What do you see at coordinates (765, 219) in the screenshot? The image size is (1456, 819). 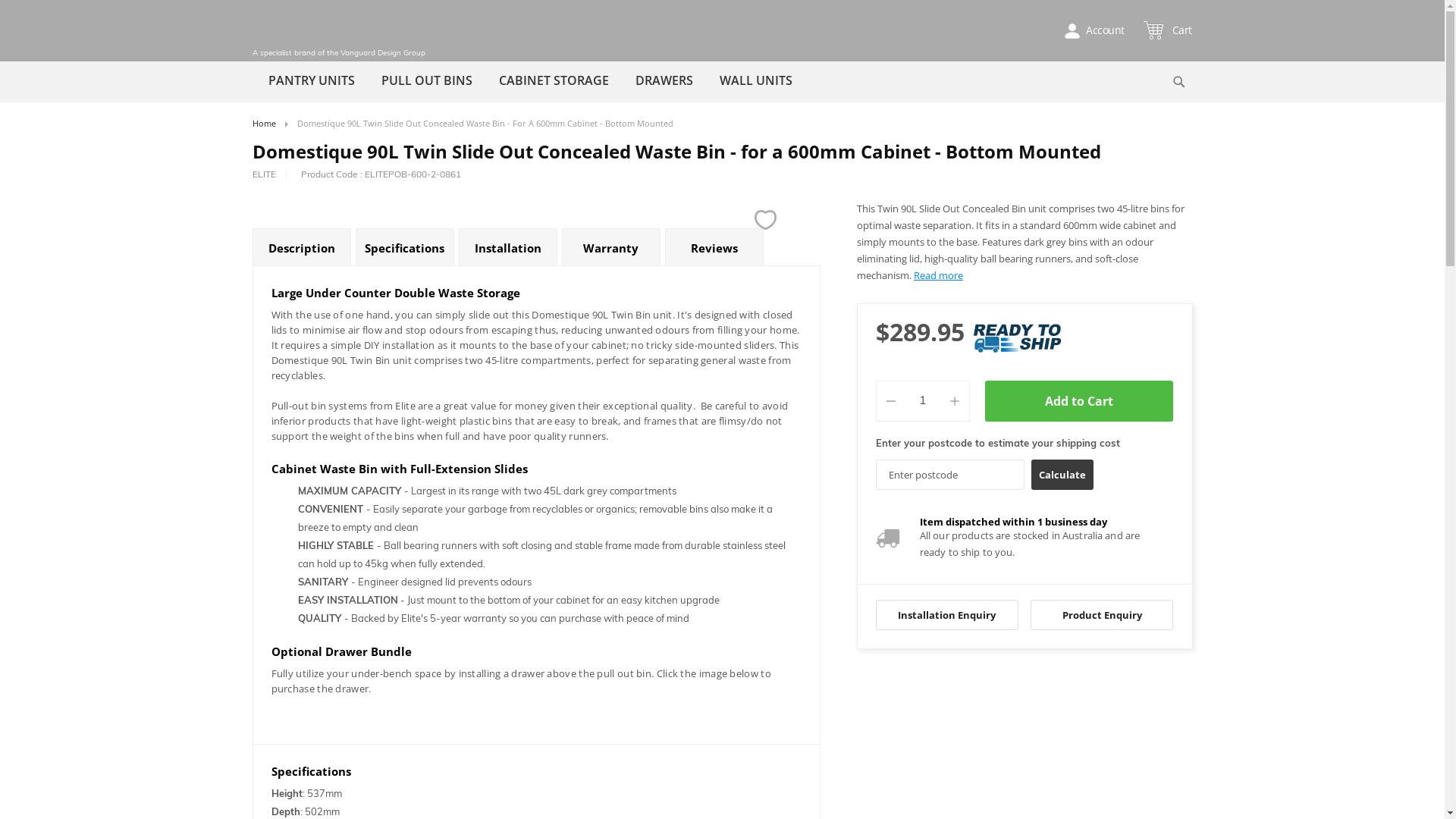 I see `'Favourite Favourite'` at bounding box center [765, 219].